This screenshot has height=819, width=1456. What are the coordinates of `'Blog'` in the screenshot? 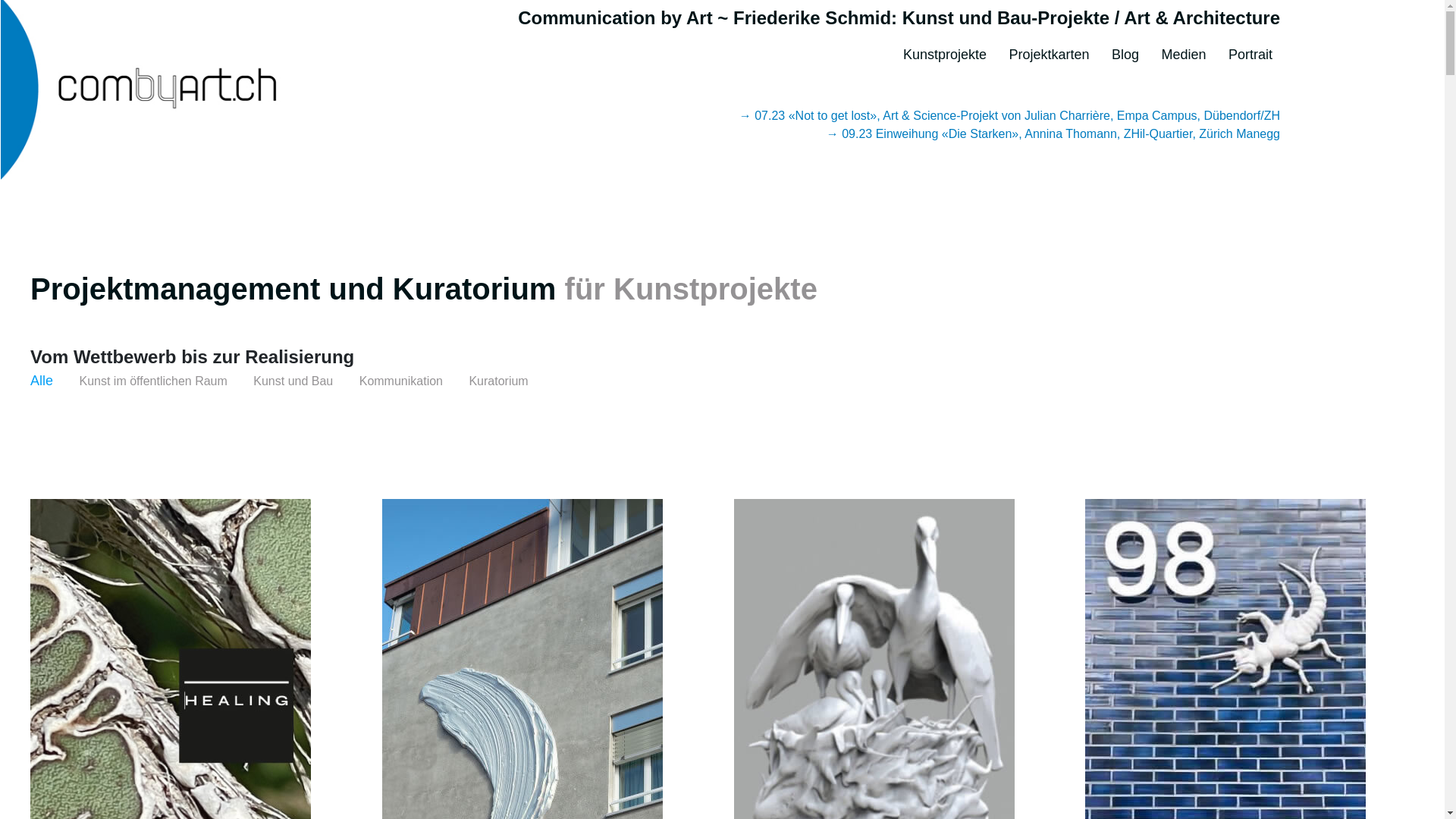 It's located at (1125, 49).